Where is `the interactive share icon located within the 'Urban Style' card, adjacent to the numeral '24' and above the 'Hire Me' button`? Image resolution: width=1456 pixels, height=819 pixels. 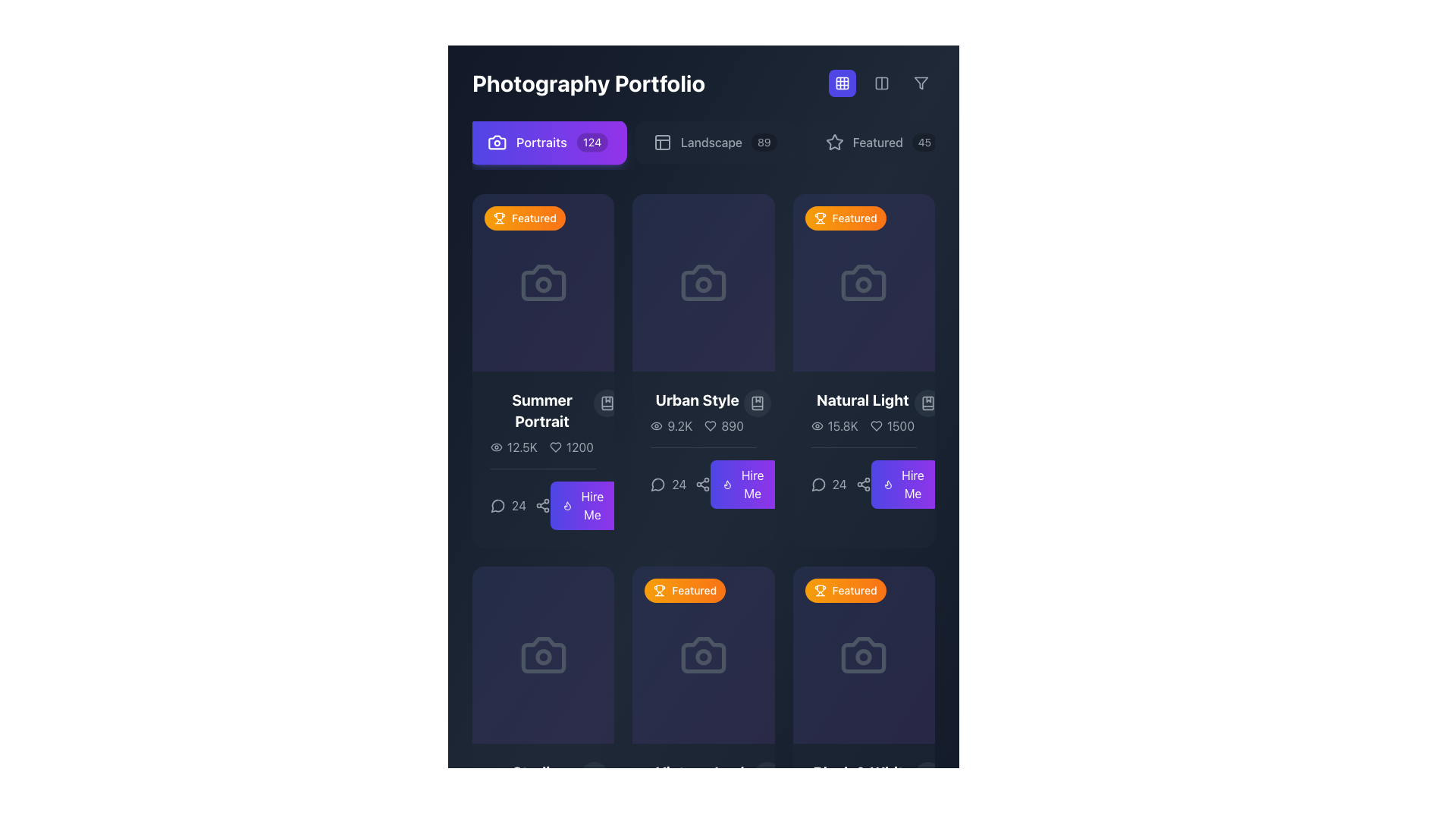
the interactive share icon located within the 'Urban Style' card, adjacent to the numeral '24' and above the 'Hire Me' button is located at coordinates (702, 478).